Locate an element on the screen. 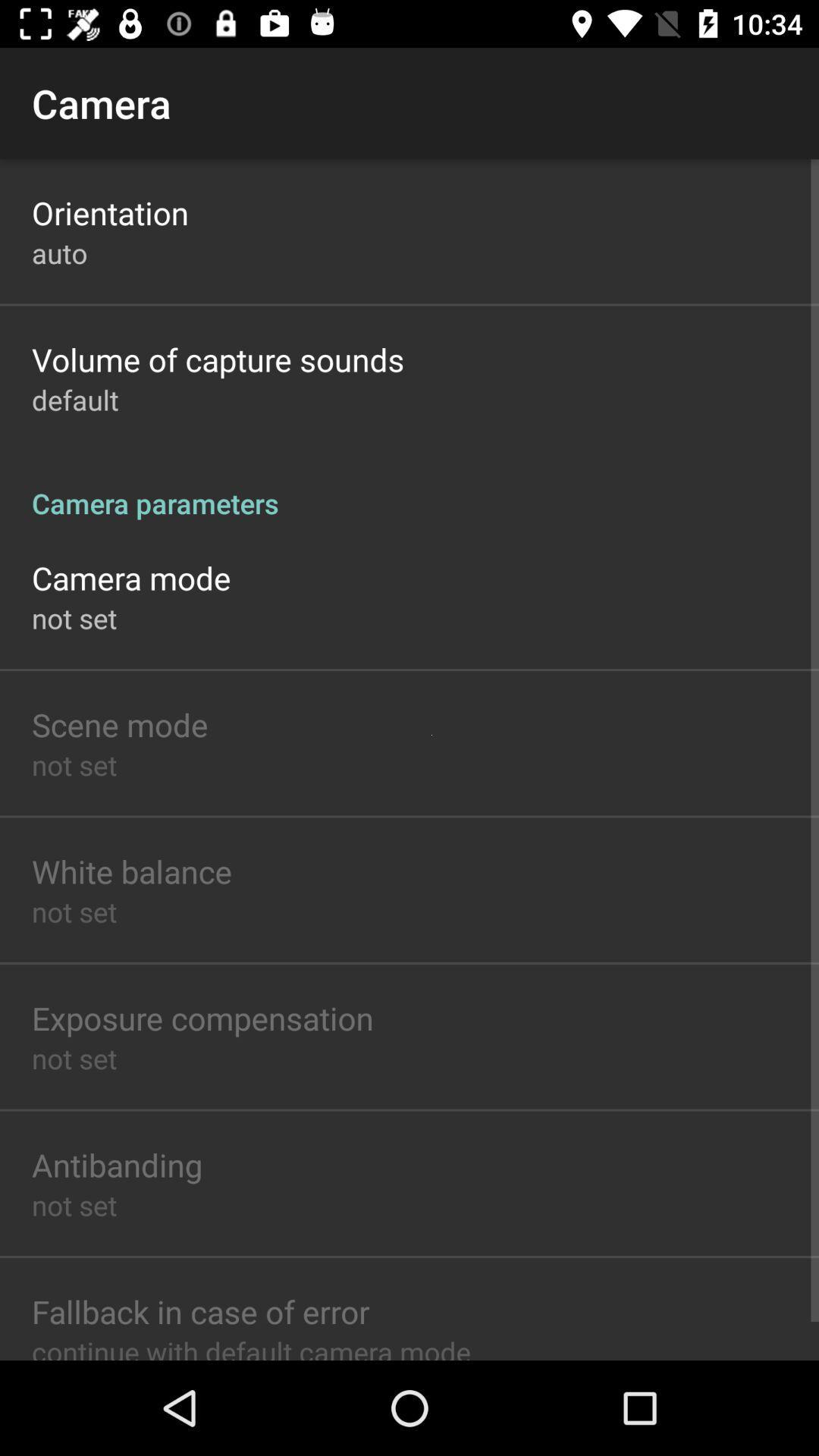  antibanding icon is located at coordinates (116, 1164).